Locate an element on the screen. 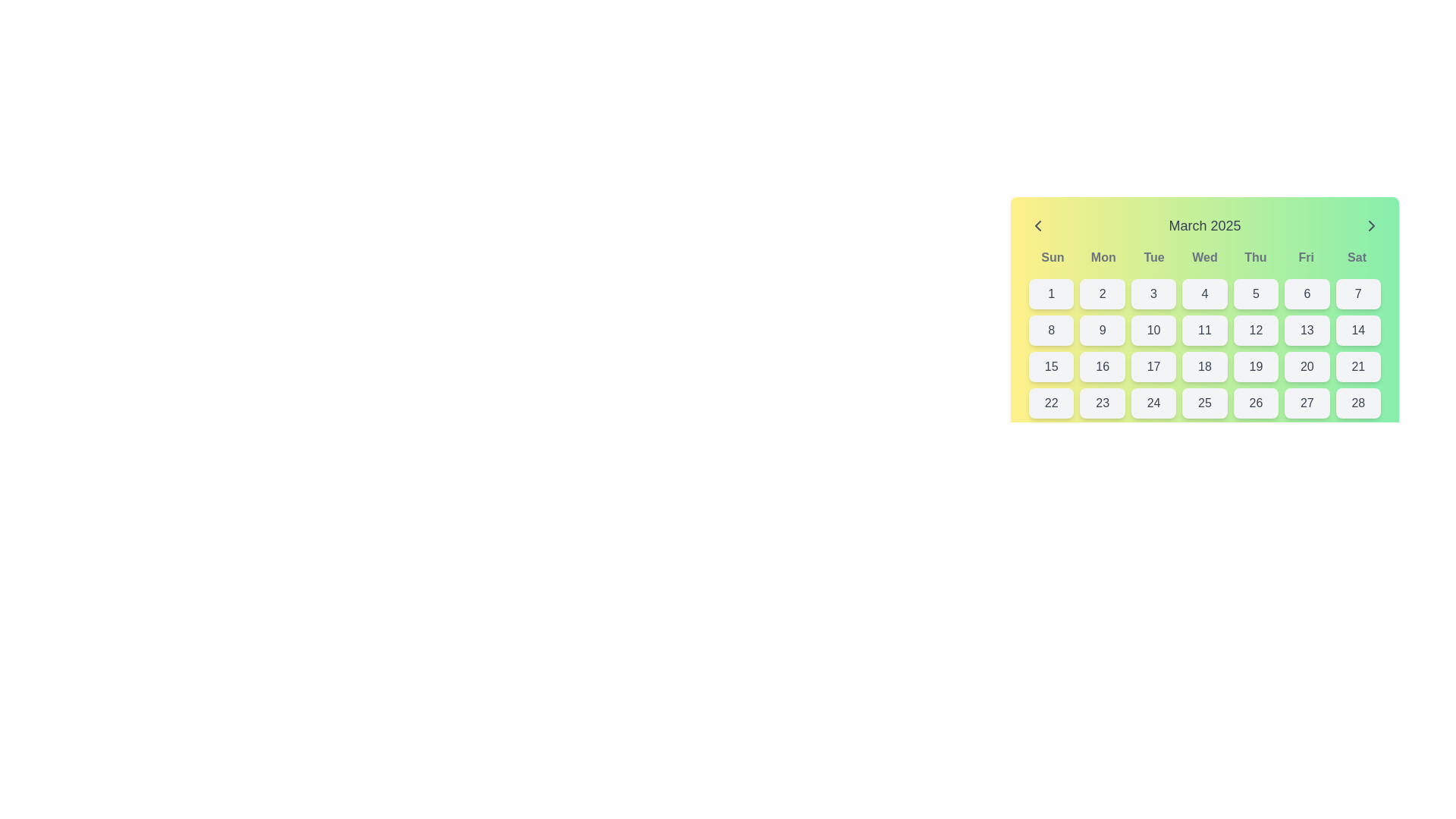 Image resolution: width=1456 pixels, height=819 pixels. the calendar button representing the third day of the month is located at coordinates (1153, 294).